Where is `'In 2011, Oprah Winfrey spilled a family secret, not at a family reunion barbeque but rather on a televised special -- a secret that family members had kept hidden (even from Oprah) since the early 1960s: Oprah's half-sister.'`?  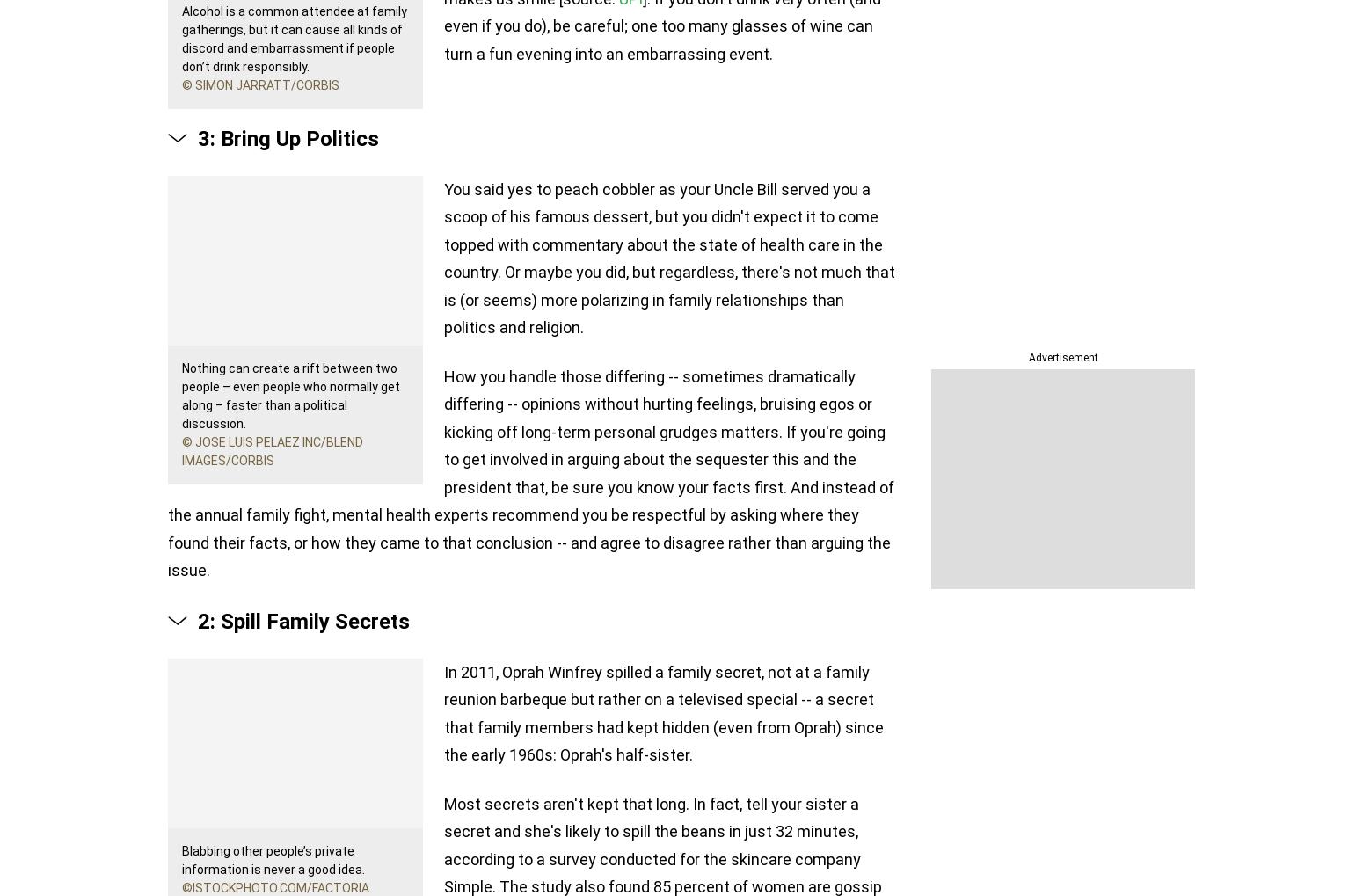 'In 2011, Oprah Winfrey spilled a family secret, not at a family reunion barbeque but rather on a televised special -- a secret that family members had kept hidden (even from Oprah) since the early 1960s: Oprah's half-sister.' is located at coordinates (664, 713).